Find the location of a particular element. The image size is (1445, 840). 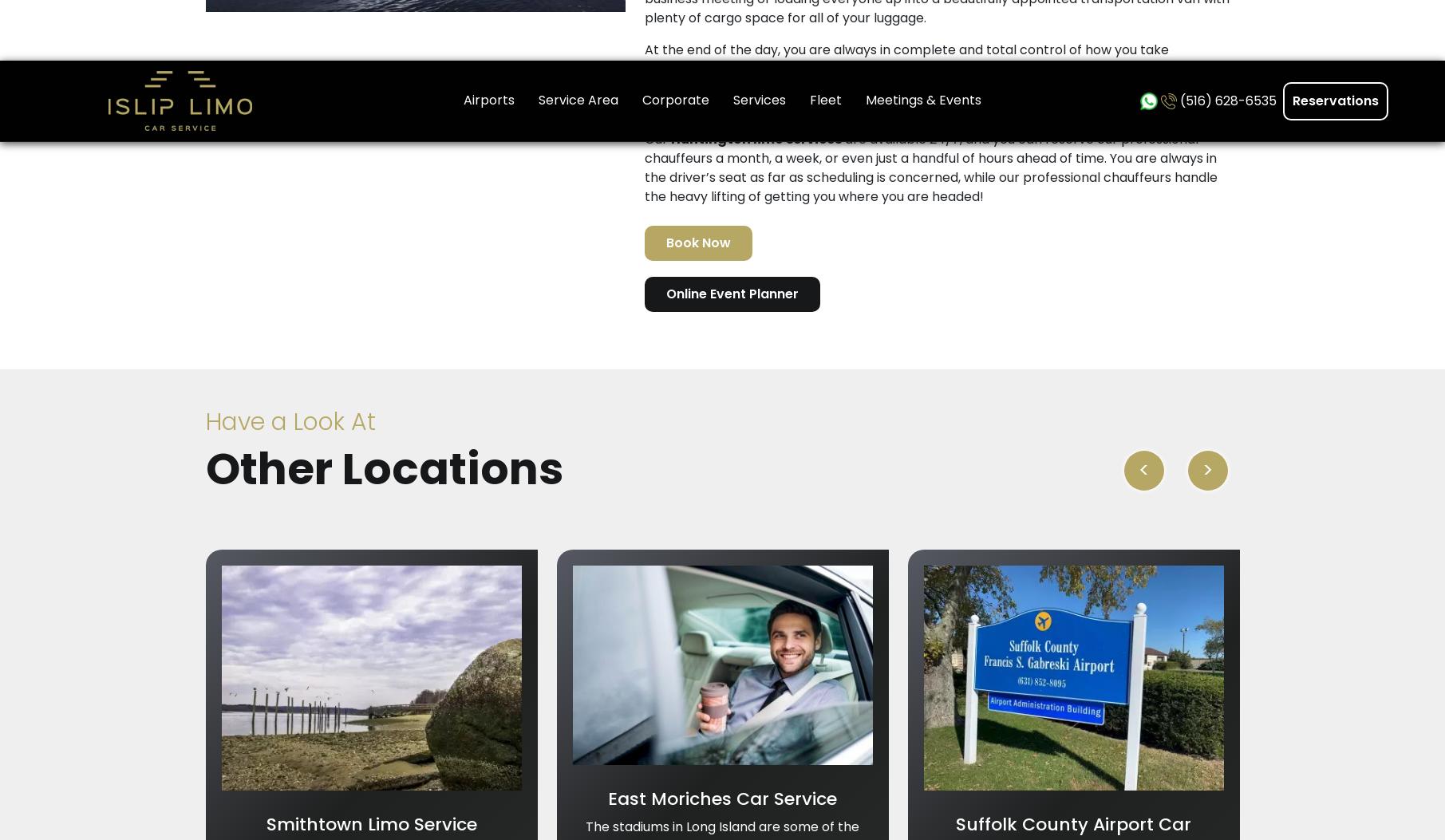

'(631) 983-6927' is located at coordinates (1057, 284).